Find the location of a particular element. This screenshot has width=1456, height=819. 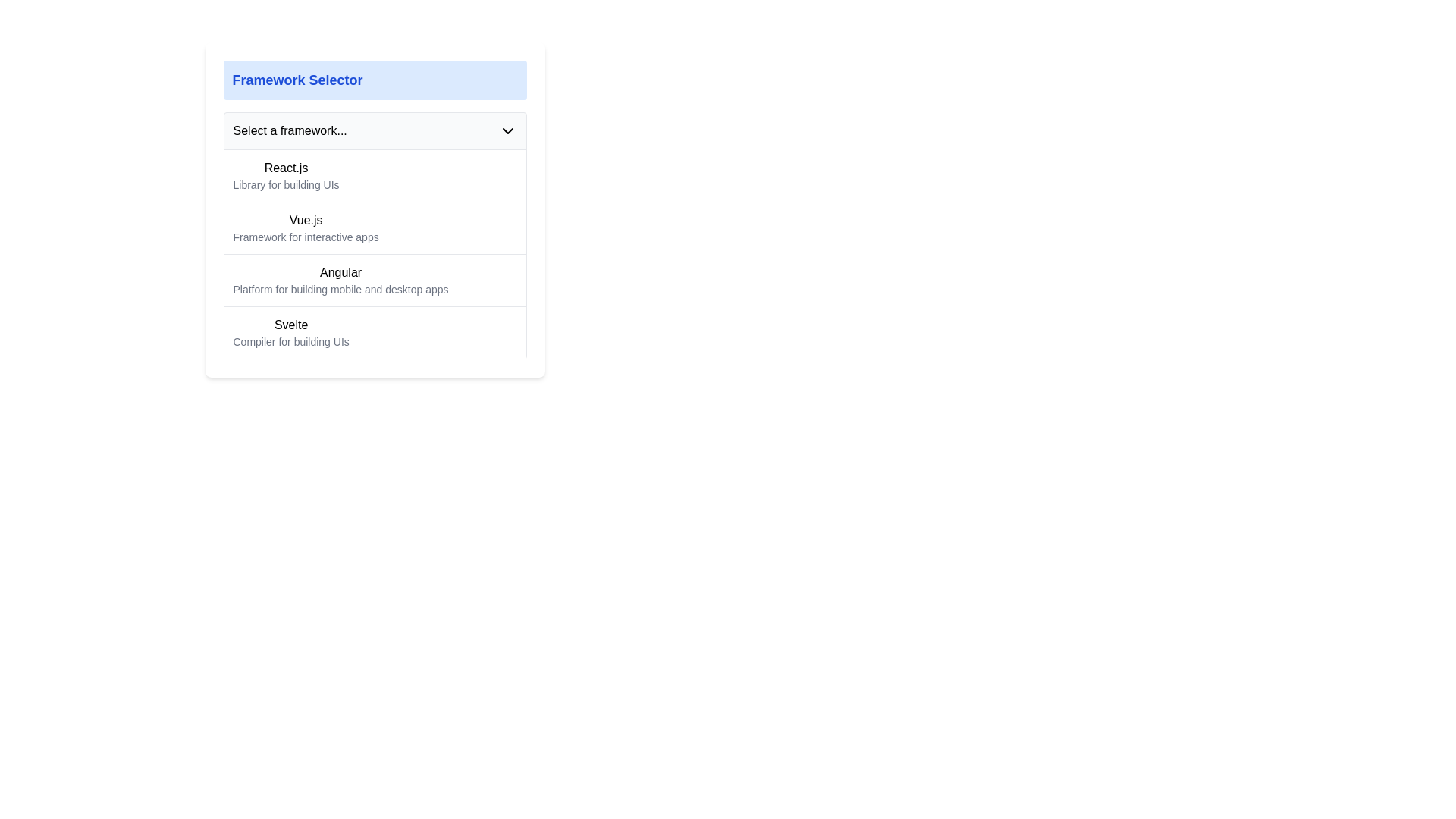

the downward pointing chevron icon located on the far right of the dropdown menu header that says 'Select a framework...' is located at coordinates (507, 130).